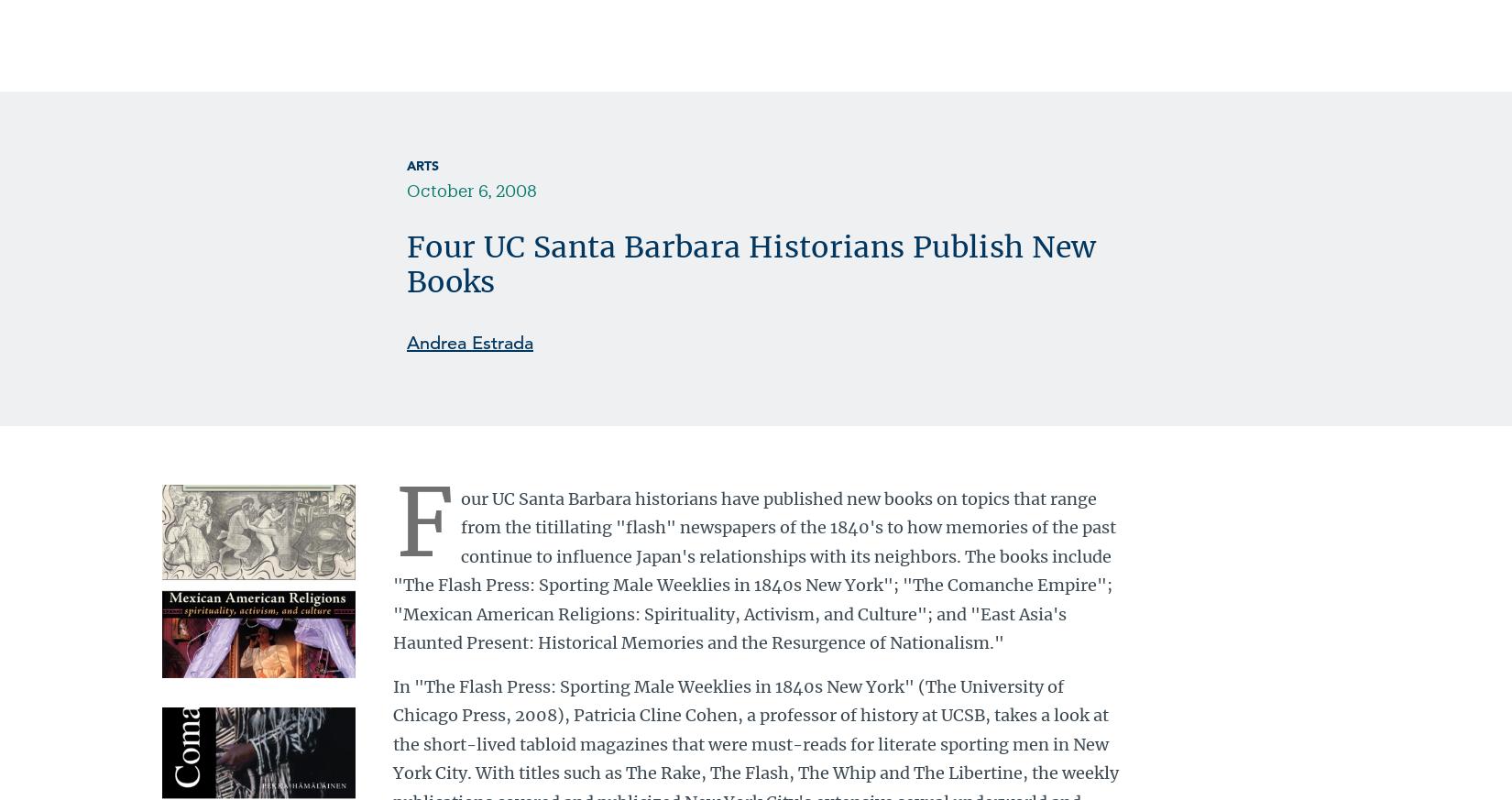  I want to click on 'Download Printable PDF', so click(202, 757).